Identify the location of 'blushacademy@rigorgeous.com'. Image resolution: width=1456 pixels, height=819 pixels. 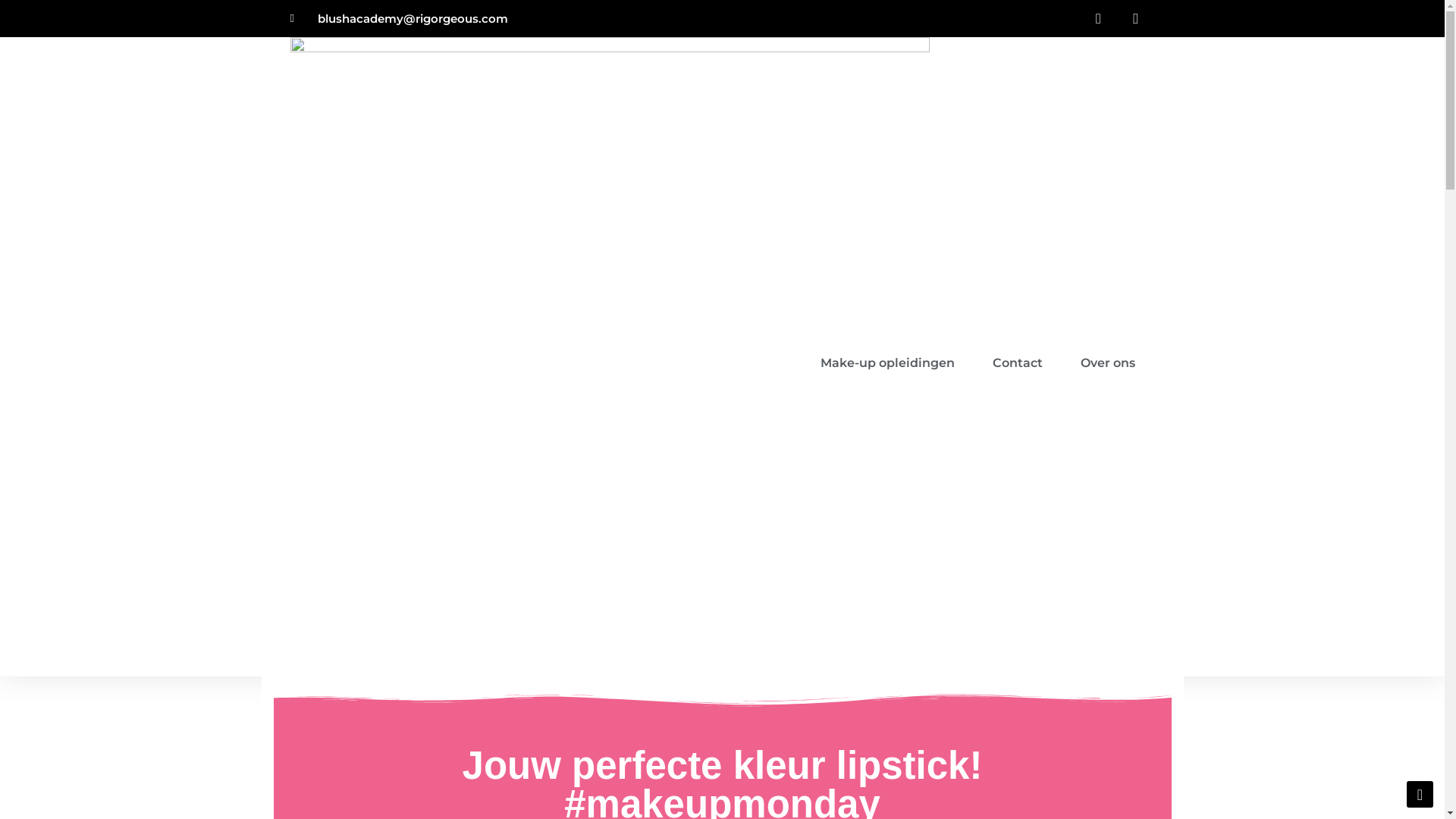
(399, 18).